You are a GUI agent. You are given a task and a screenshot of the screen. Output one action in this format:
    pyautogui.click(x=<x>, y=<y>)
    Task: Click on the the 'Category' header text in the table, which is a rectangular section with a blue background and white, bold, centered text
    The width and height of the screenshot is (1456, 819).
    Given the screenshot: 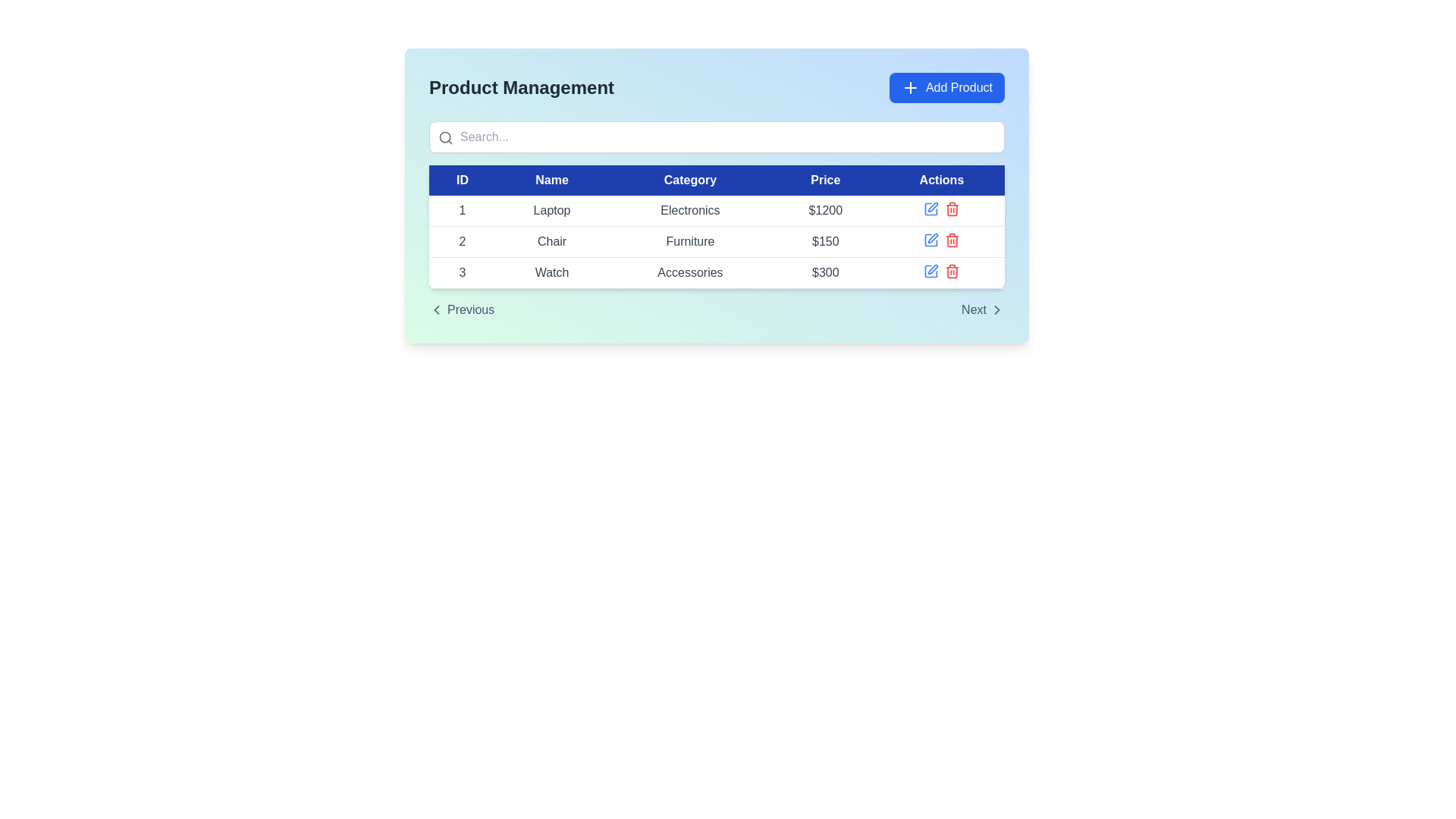 What is the action you would take?
    pyautogui.click(x=689, y=180)
    